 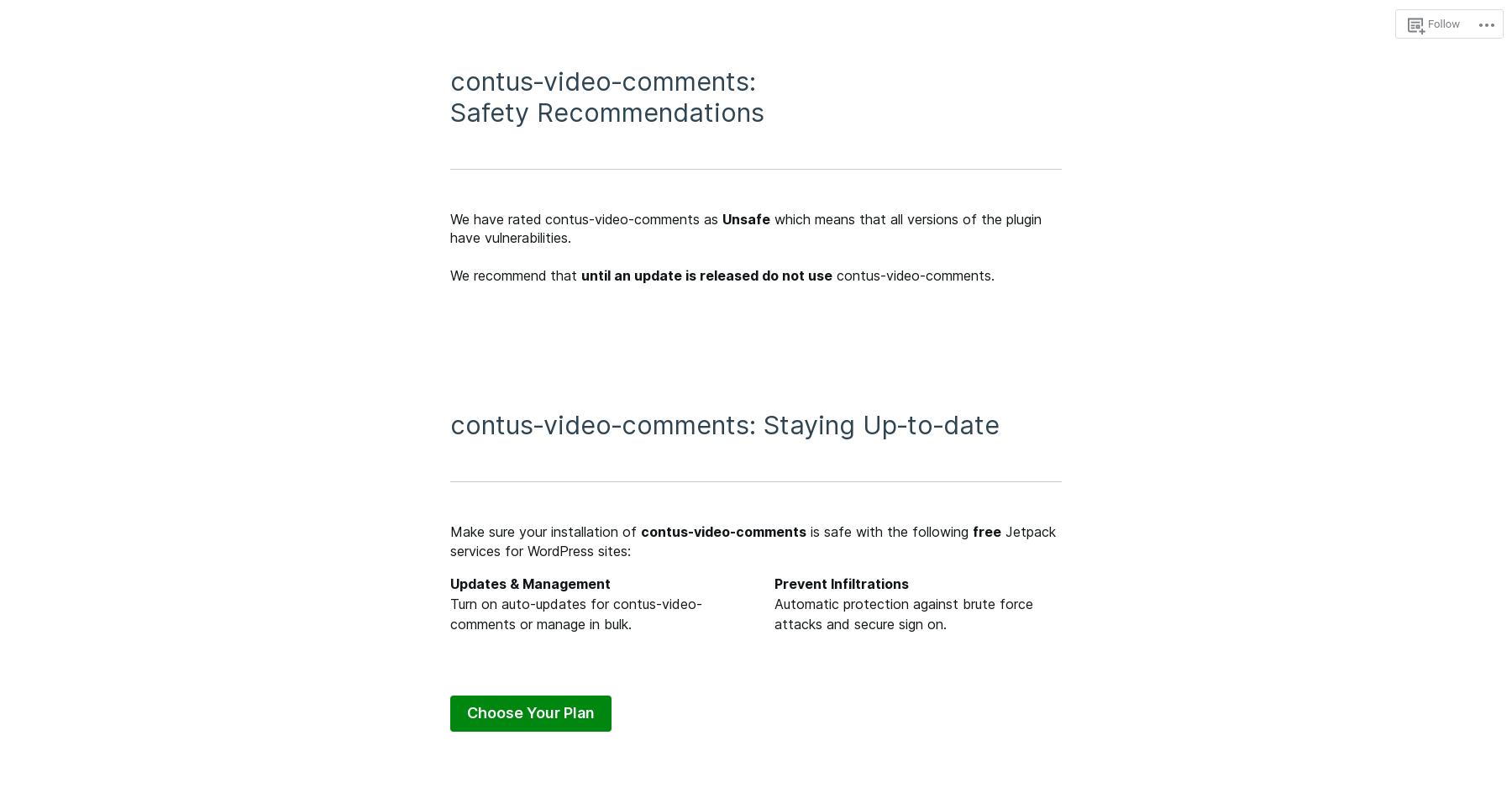 What do you see at coordinates (753, 540) in the screenshot?
I see `'Jetpack services for WordPress sites:'` at bounding box center [753, 540].